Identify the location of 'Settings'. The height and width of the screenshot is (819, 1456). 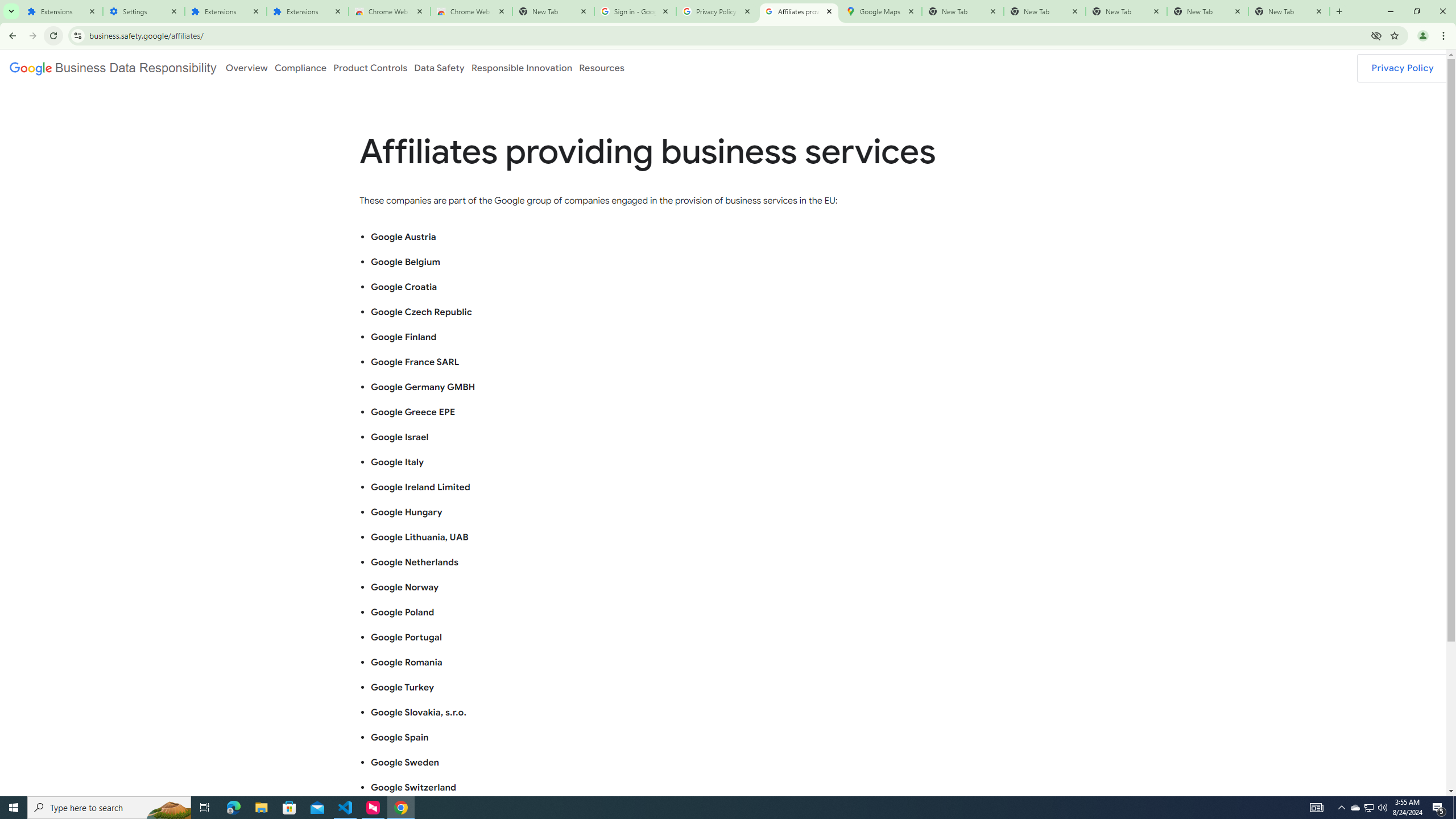
(143, 11).